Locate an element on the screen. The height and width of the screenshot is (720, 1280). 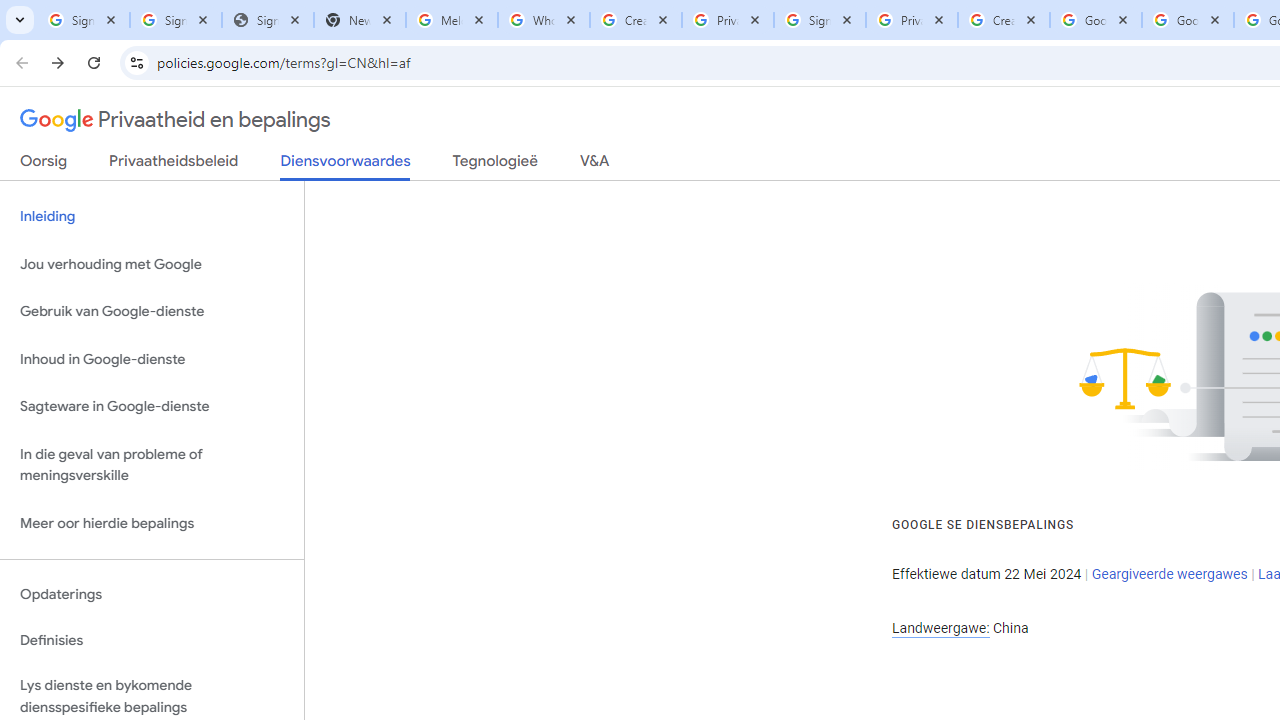
'Definisies' is located at coordinates (151, 640).